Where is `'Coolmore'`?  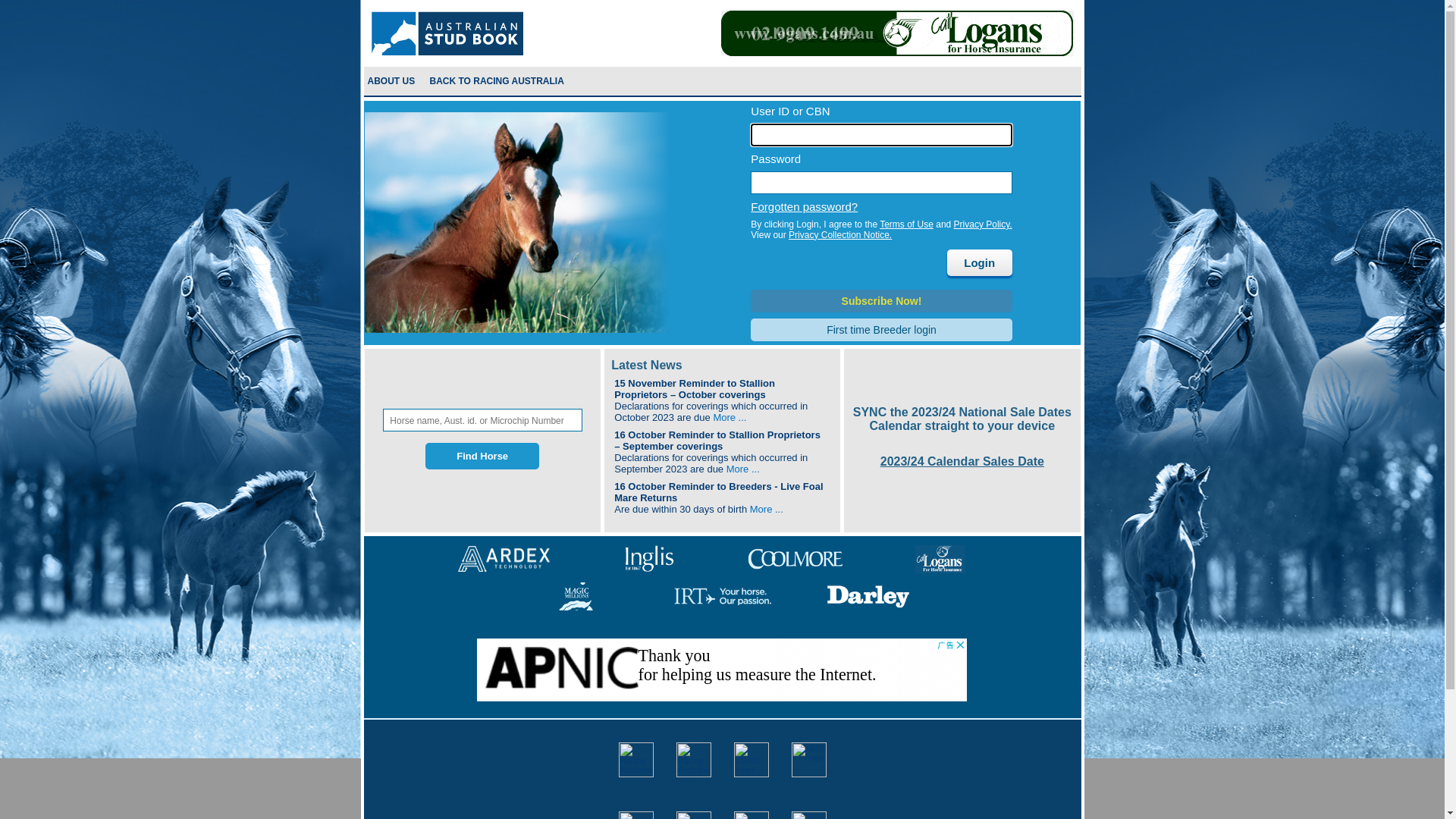
'Coolmore' is located at coordinates (794, 558).